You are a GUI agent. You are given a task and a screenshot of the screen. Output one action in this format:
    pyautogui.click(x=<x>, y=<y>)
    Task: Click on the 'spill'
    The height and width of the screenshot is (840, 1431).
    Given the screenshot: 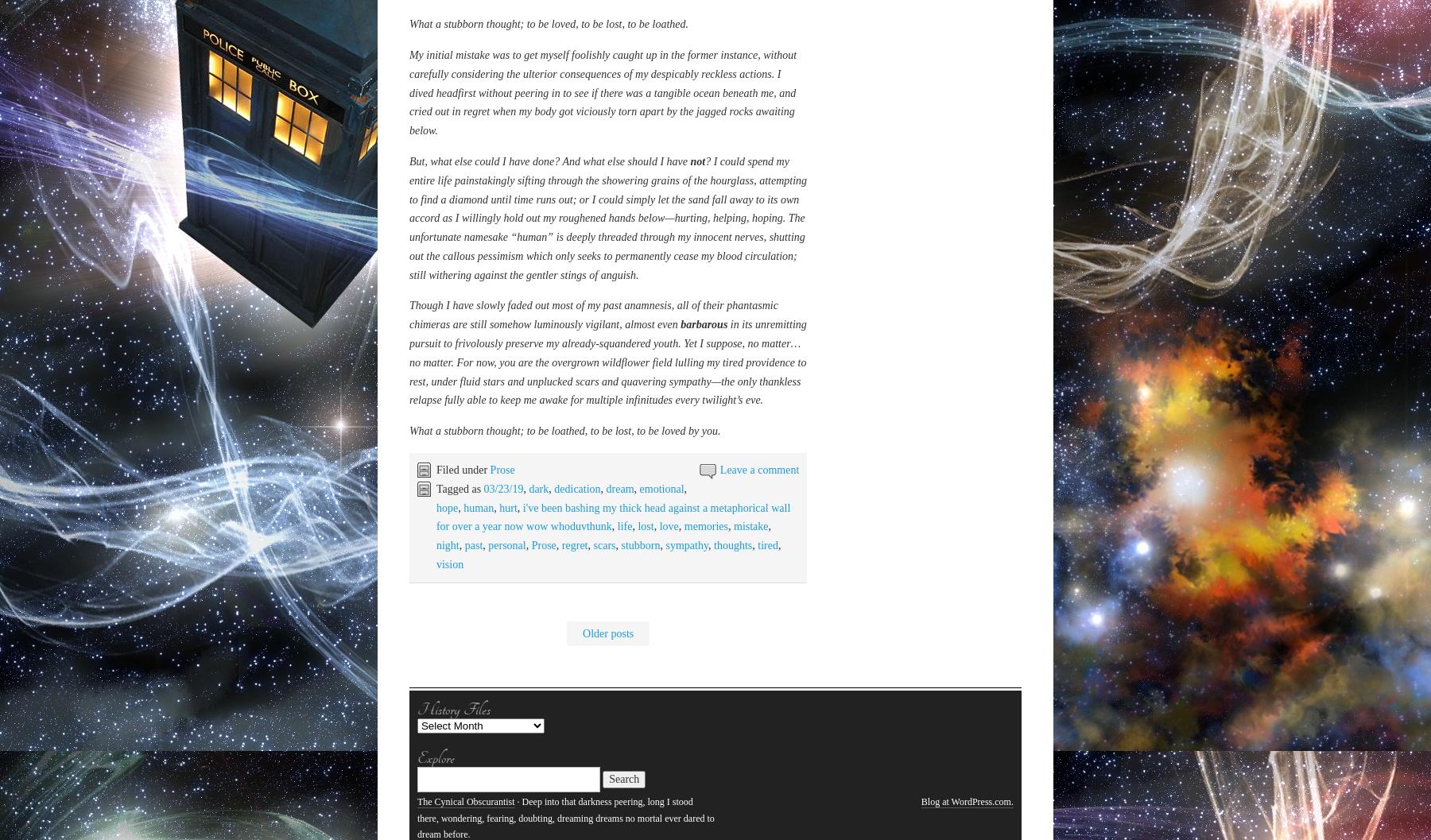 What is the action you would take?
    pyautogui.click(x=444, y=393)
    